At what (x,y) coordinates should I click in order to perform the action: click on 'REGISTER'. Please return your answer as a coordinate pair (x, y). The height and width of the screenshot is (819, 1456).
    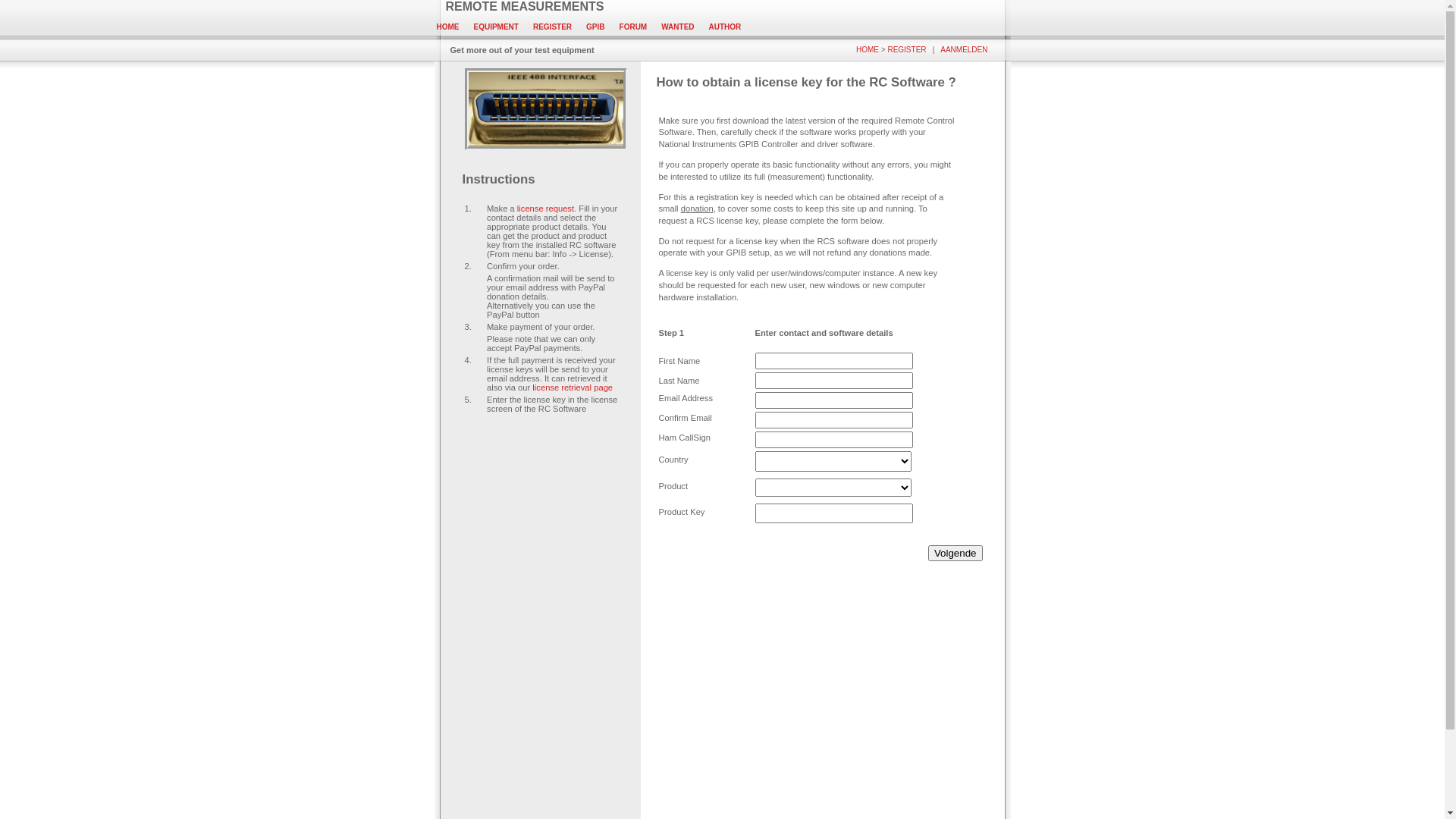
    Looking at the image, I should click on (551, 27).